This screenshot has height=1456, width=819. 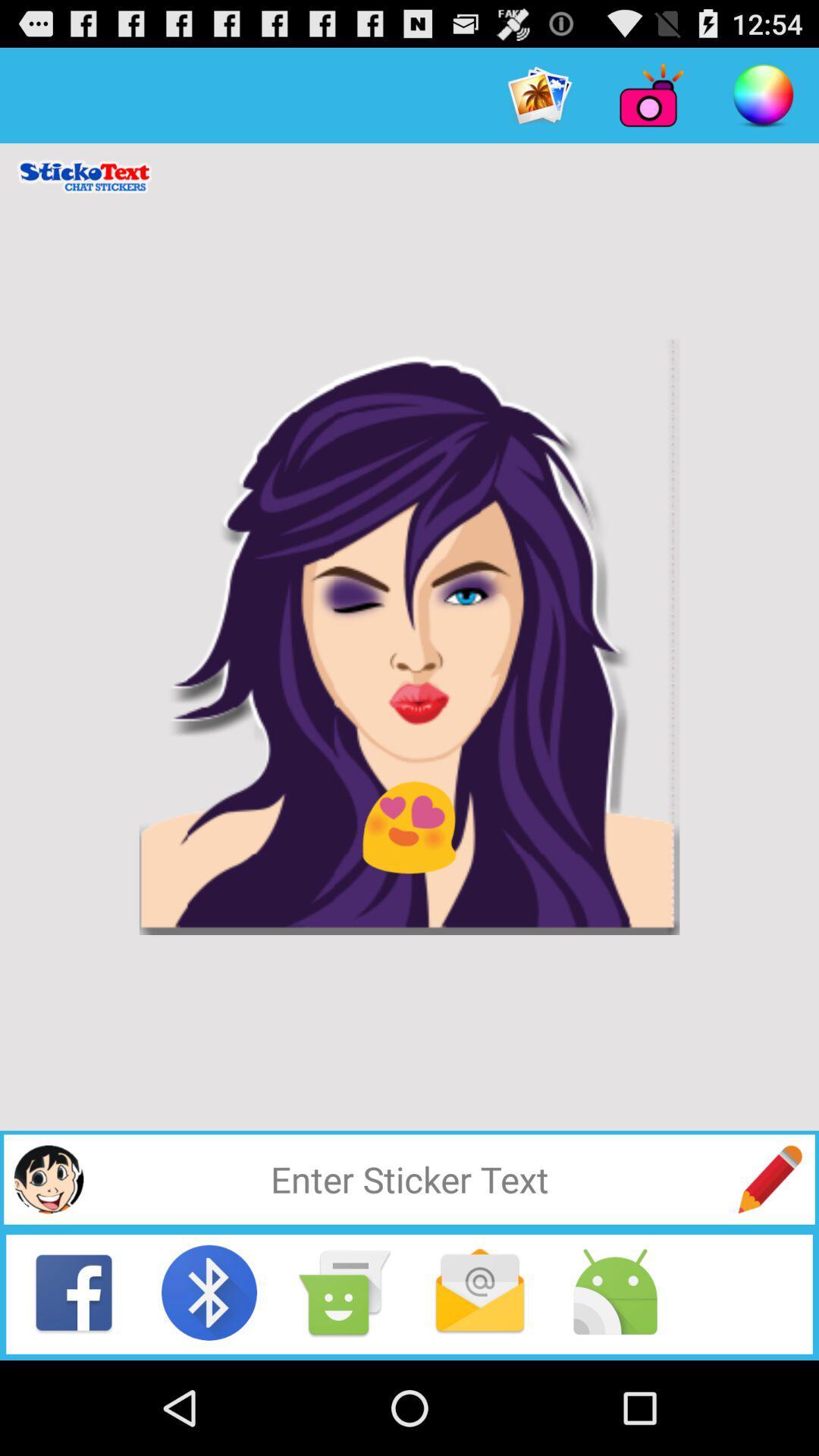 What do you see at coordinates (209, 1291) in the screenshot?
I see `share via bluetooth` at bounding box center [209, 1291].